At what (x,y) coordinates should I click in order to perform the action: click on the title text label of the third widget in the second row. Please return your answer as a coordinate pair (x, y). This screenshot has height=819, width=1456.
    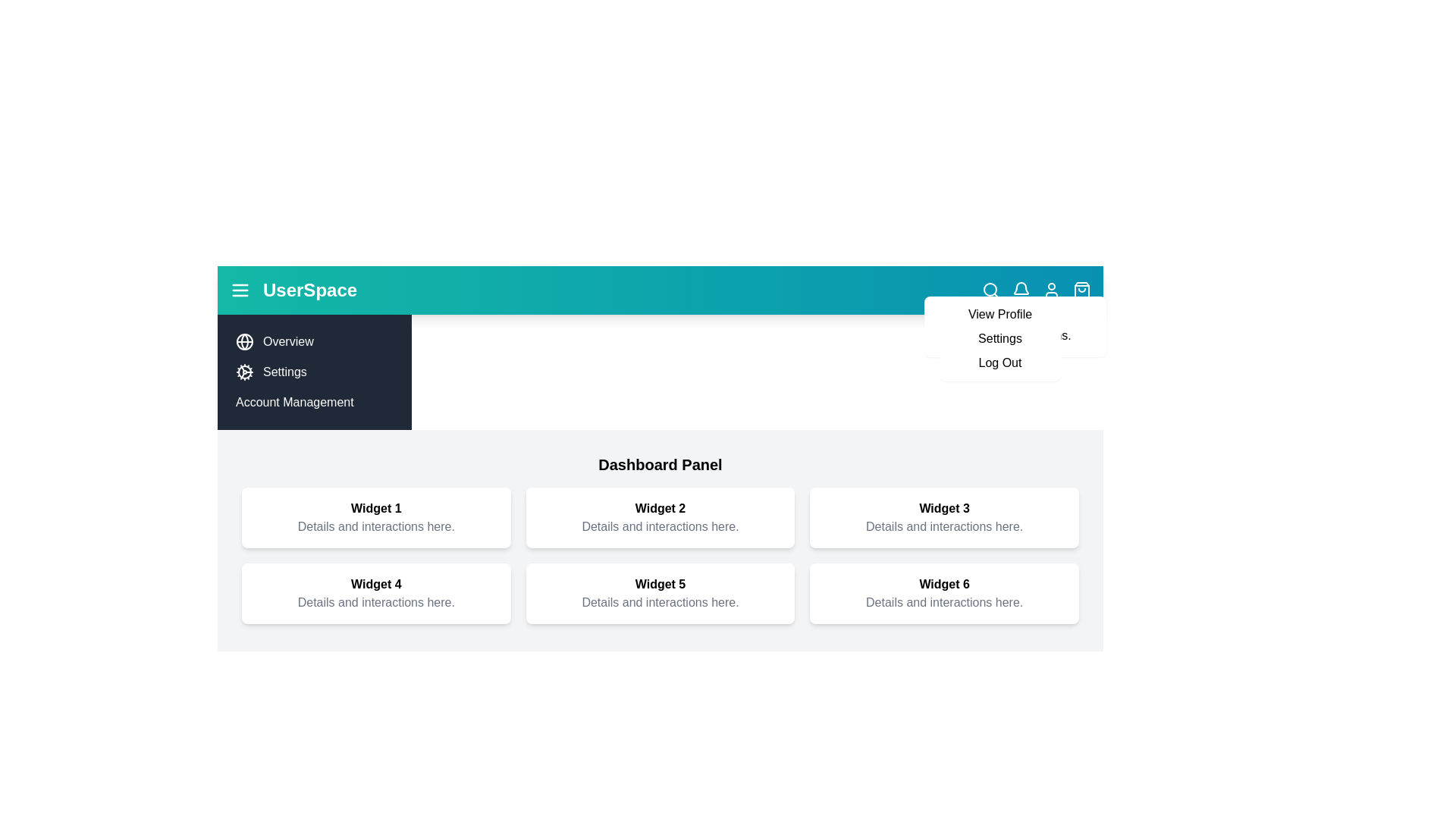
    Looking at the image, I should click on (943, 509).